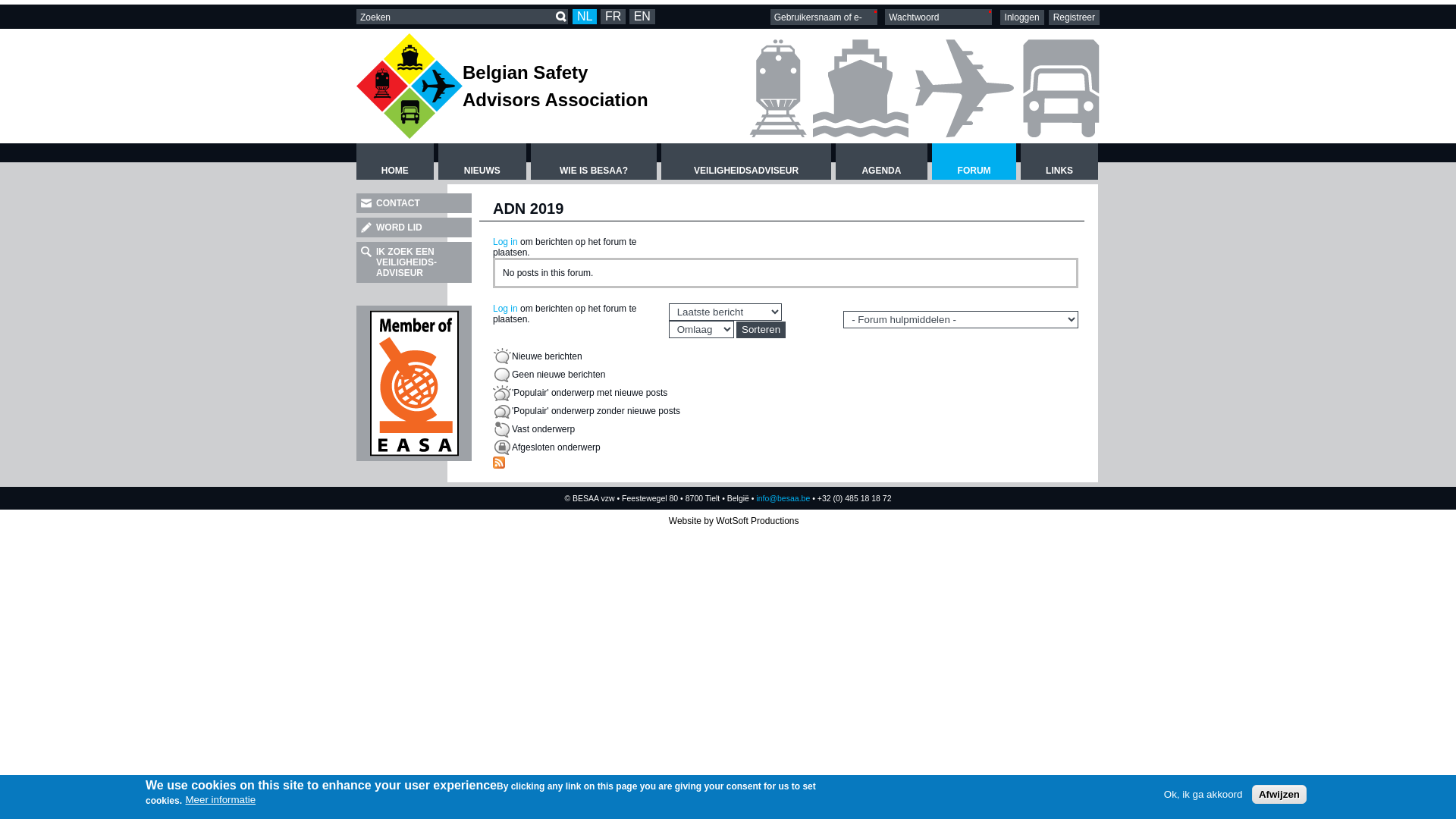 The width and height of the screenshot is (1456, 819). Describe the element at coordinates (1073, 17) in the screenshot. I see `'Registreer'` at that location.